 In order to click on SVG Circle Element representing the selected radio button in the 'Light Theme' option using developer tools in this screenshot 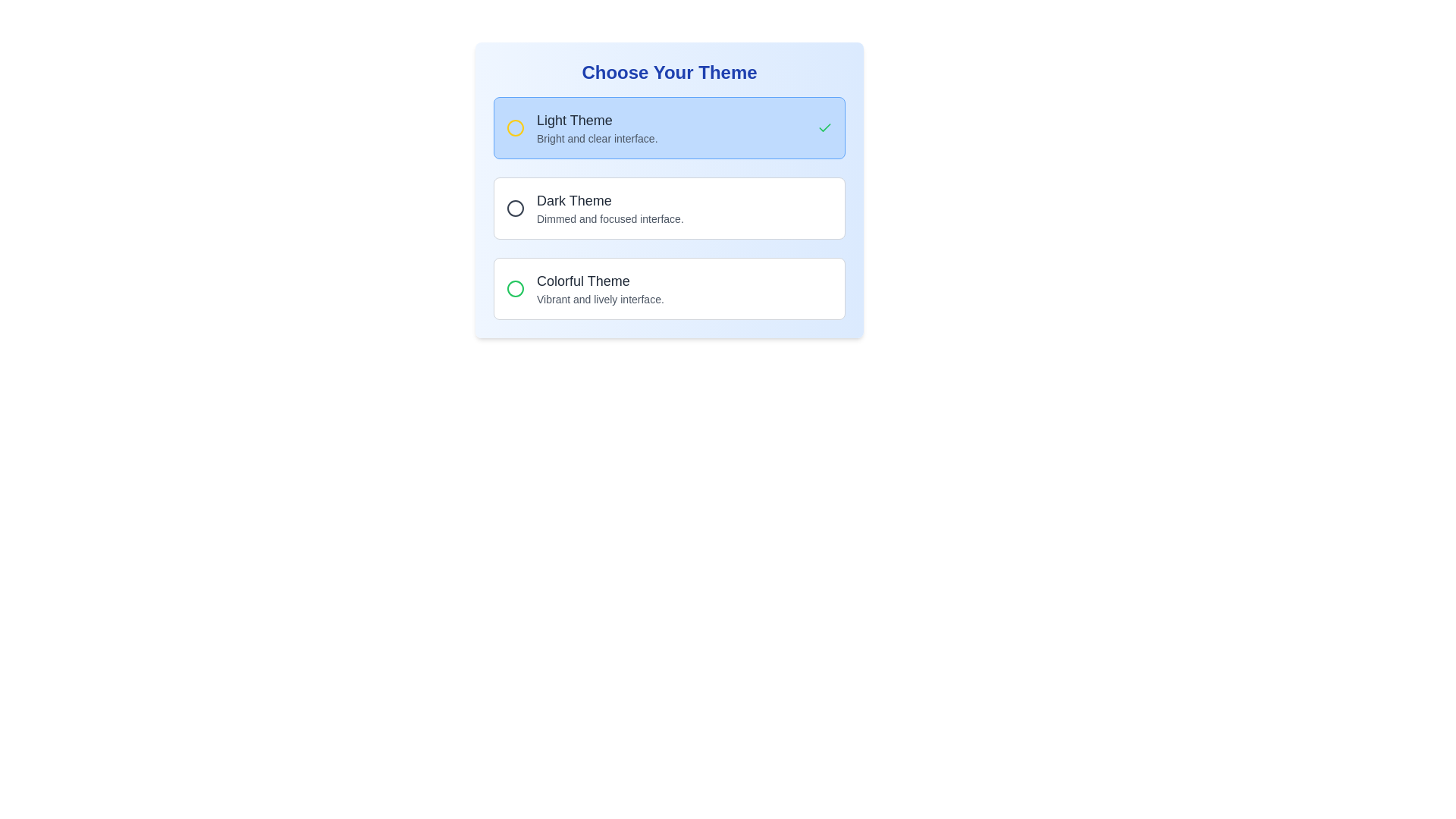, I will do `click(516, 127)`.